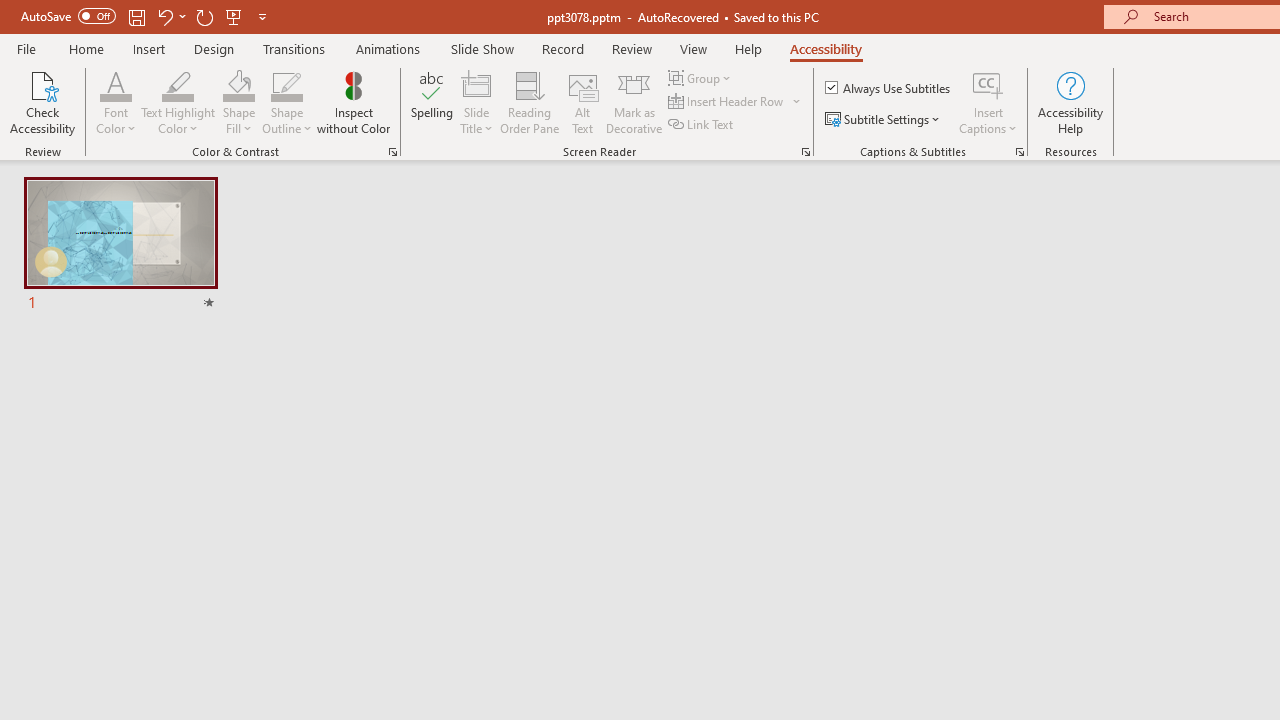 The height and width of the screenshot is (720, 1280). Describe the element at coordinates (353, 103) in the screenshot. I see `'Inspect without Color'` at that location.